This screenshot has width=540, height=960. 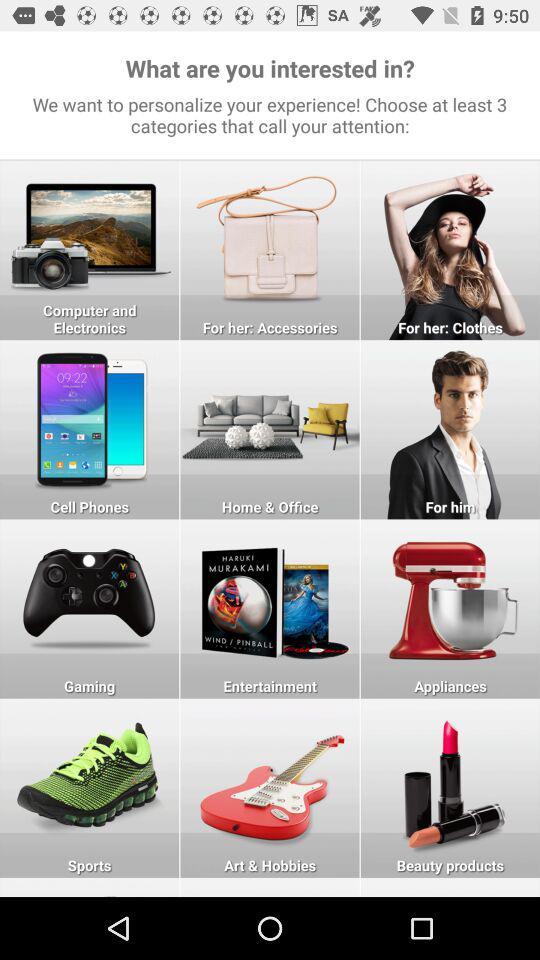 What do you see at coordinates (450, 788) in the screenshot?
I see `beauty products` at bounding box center [450, 788].